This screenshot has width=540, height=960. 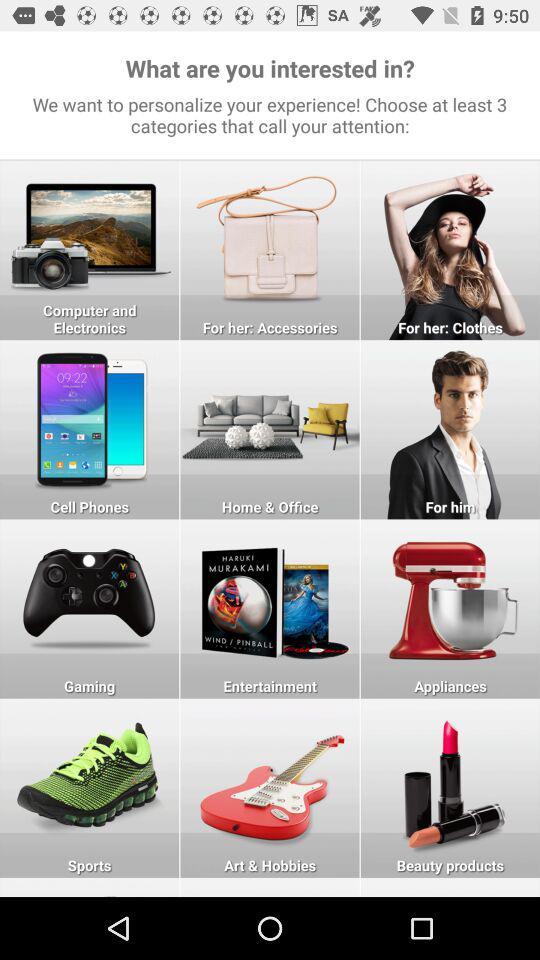 What do you see at coordinates (450, 788) in the screenshot?
I see `beauty products` at bounding box center [450, 788].